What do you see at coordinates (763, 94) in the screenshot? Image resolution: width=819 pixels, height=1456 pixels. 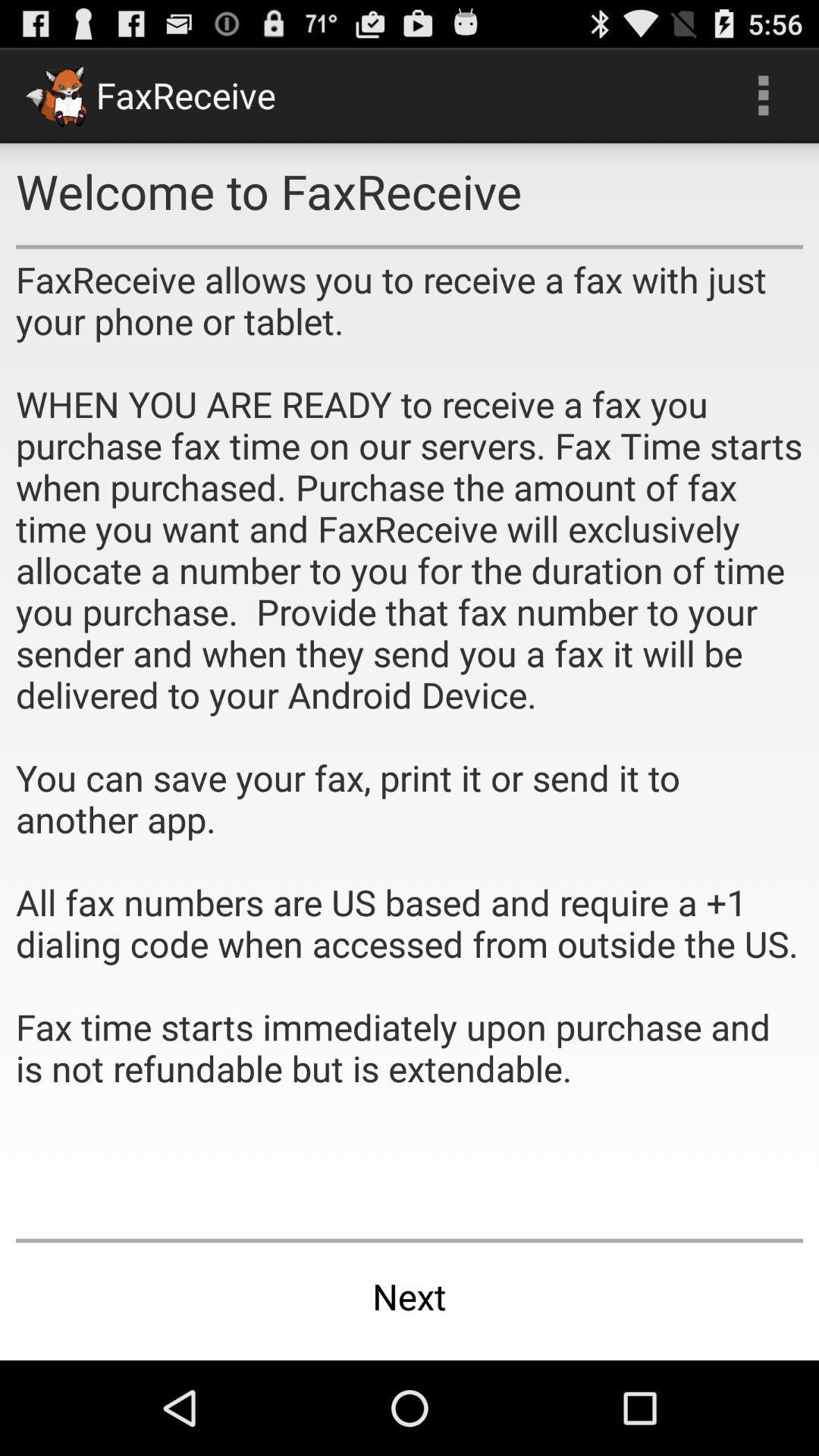 I see `the item next to the faxreceive` at bounding box center [763, 94].